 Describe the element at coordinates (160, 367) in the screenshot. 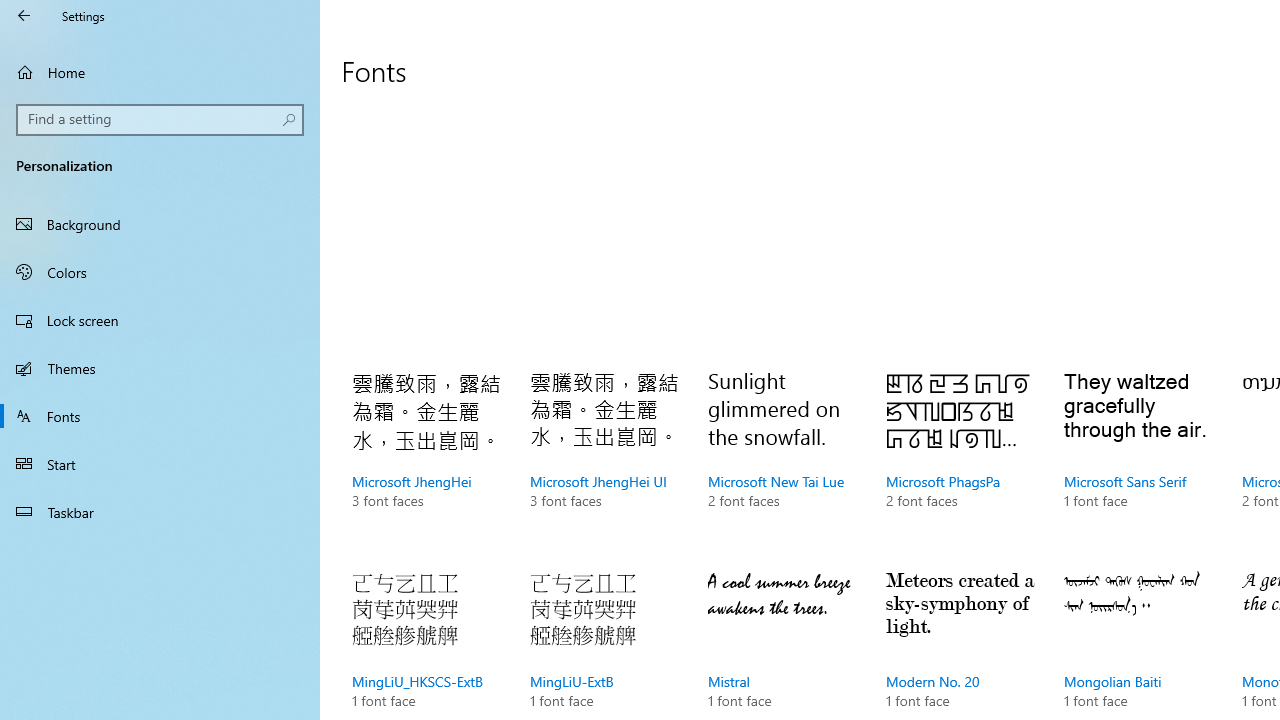

I see `'Themes'` at that location.